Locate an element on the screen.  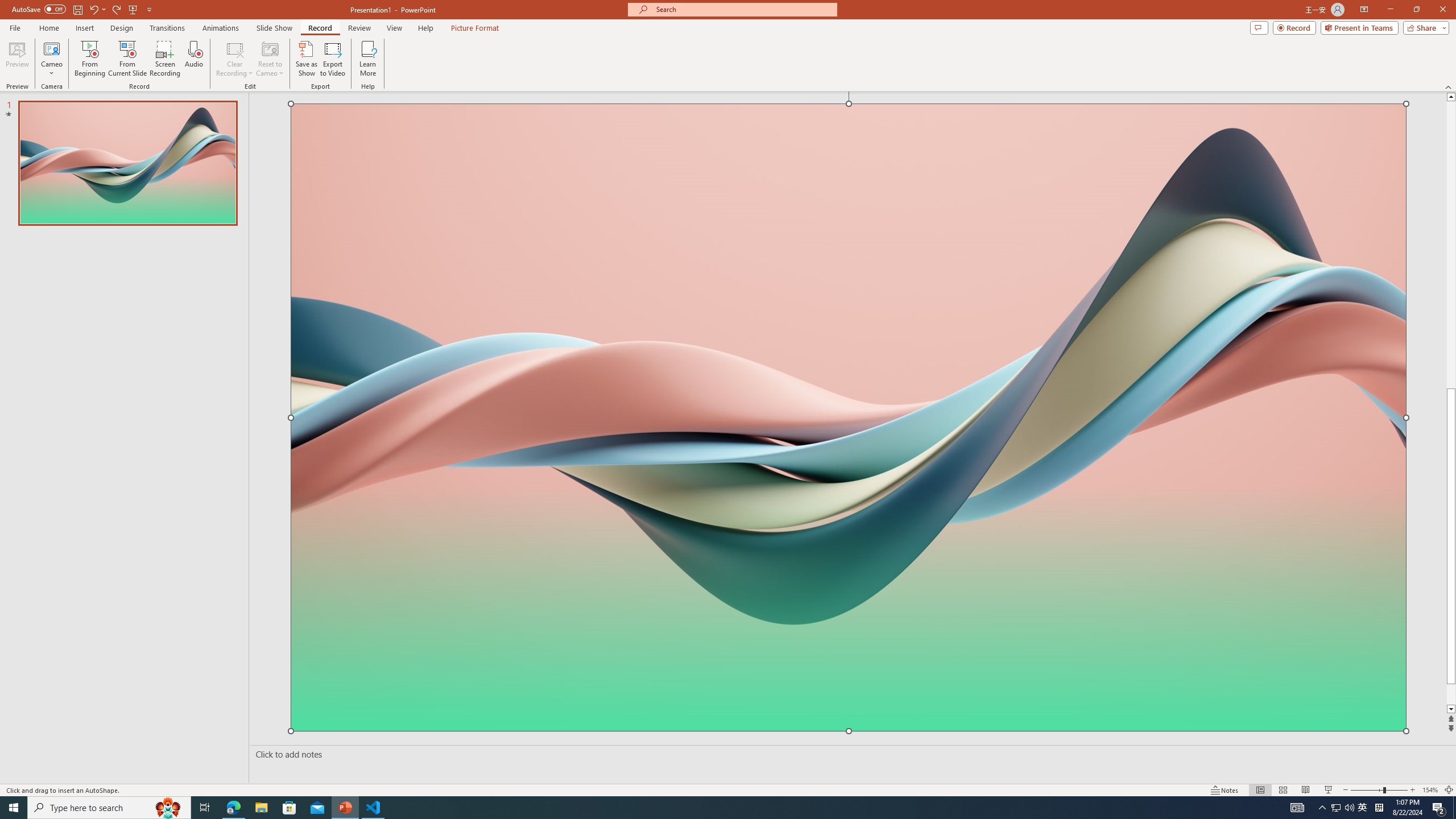
'Wavy 3D art' is located at coordinates (848, 416).